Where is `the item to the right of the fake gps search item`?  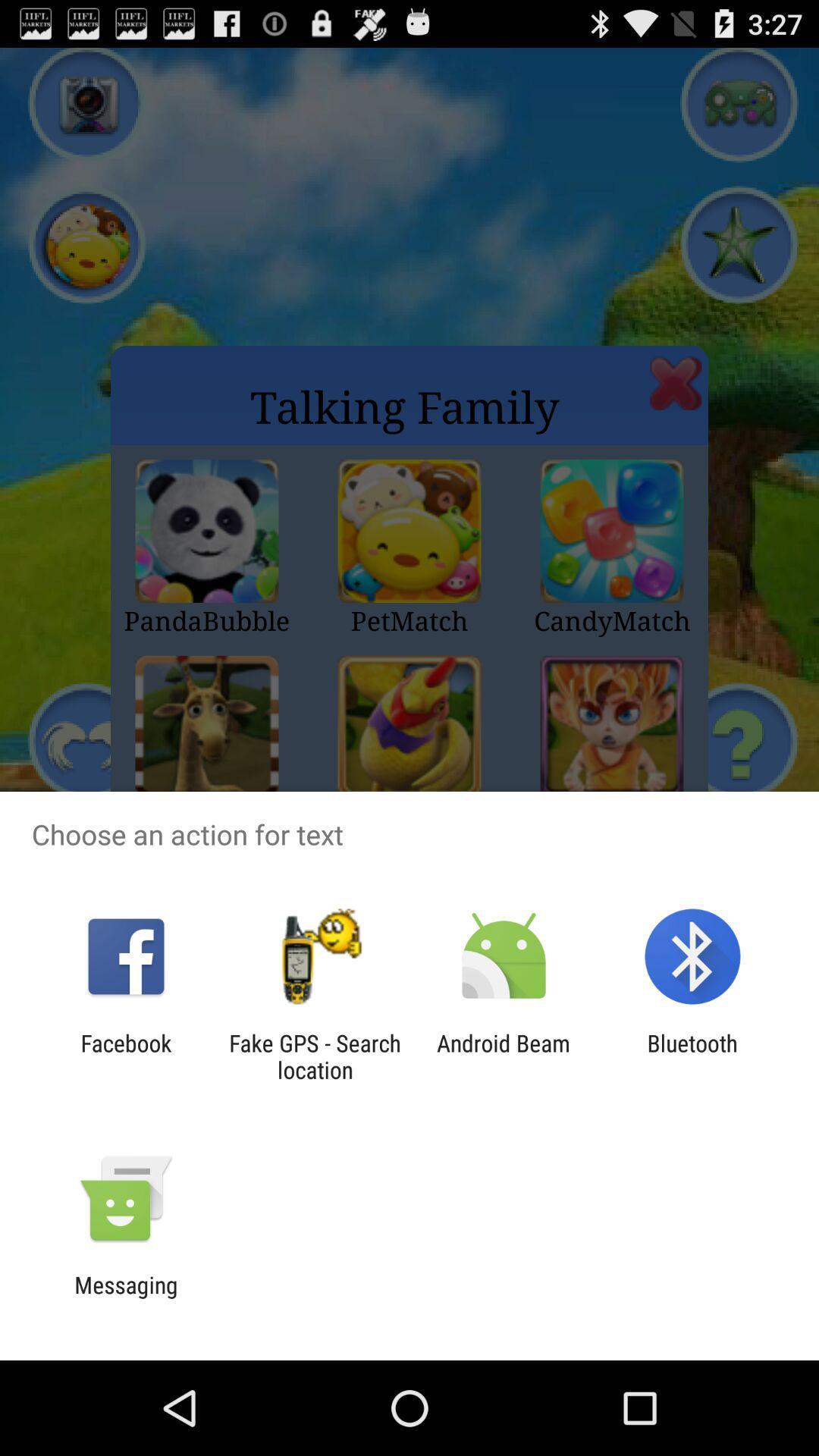
the item to the right of the fake gps search item is located at coordinates (504, 1056).